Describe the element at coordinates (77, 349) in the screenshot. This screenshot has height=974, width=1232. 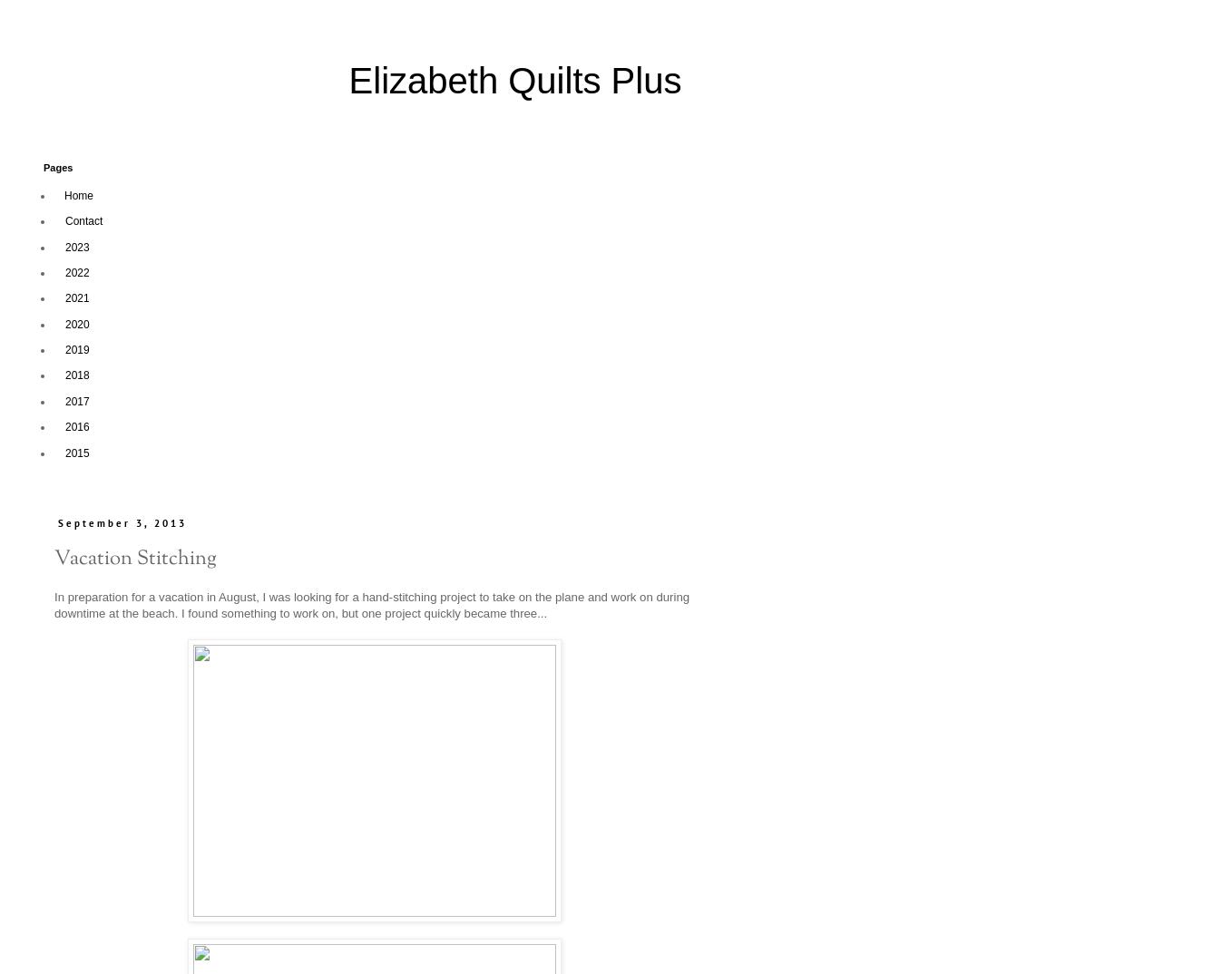
I see `'2019'` at that location.